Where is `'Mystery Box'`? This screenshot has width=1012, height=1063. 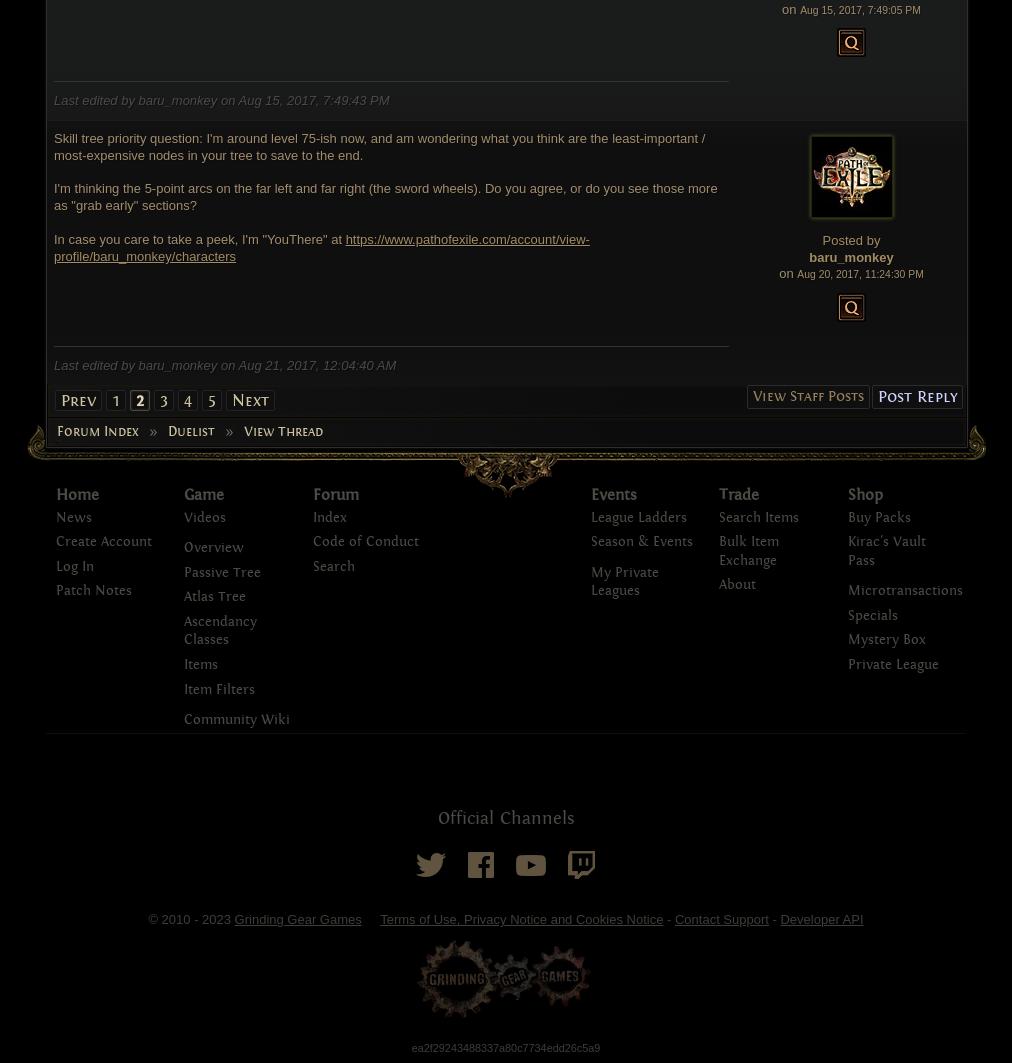
'Mystery Box' is located at coordinates (886, 638).